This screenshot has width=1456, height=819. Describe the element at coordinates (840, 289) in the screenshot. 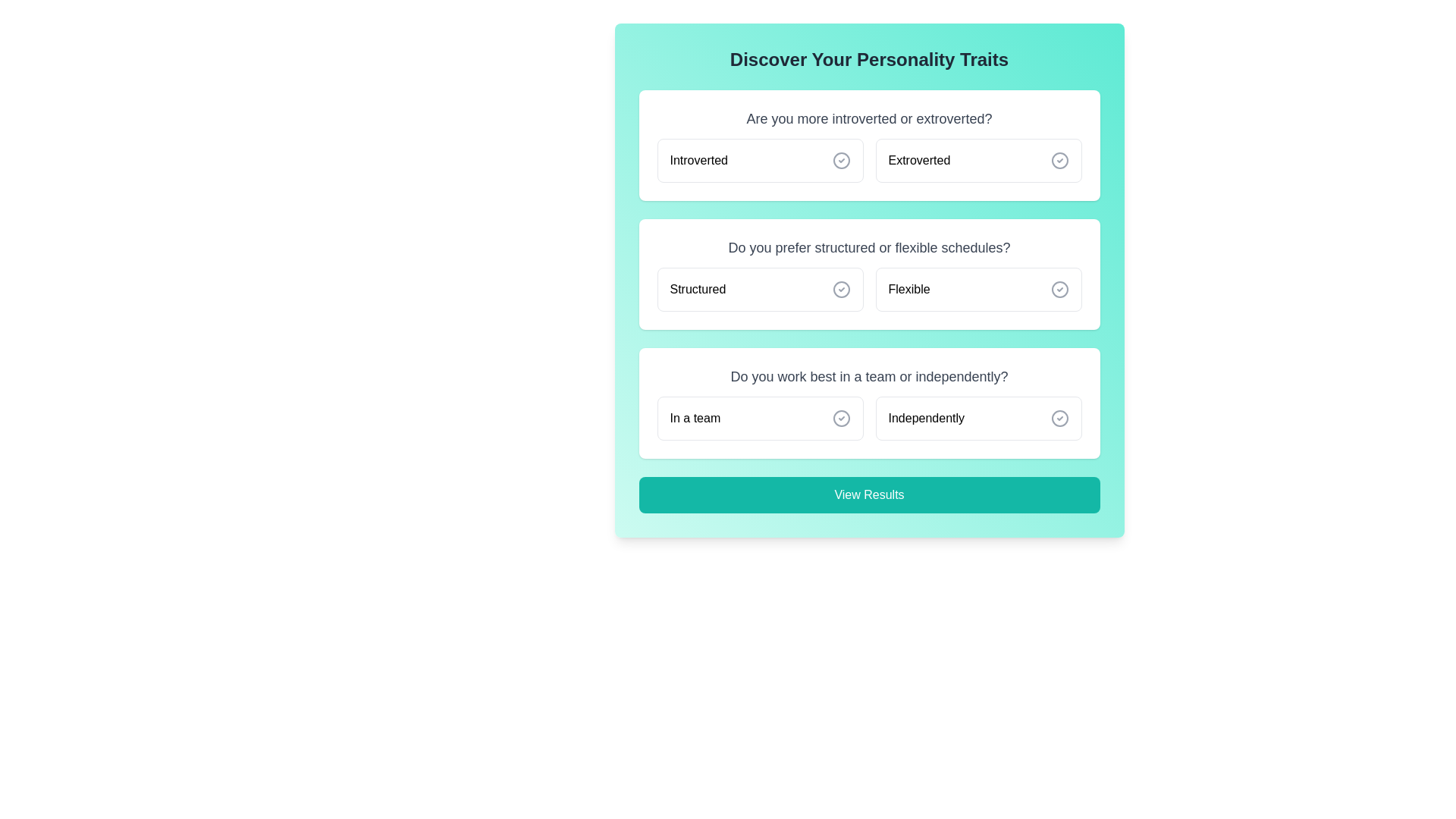

I see `the Circle graphic or icon adjacent to the 'Structured' label in the question section of the form` at that location.